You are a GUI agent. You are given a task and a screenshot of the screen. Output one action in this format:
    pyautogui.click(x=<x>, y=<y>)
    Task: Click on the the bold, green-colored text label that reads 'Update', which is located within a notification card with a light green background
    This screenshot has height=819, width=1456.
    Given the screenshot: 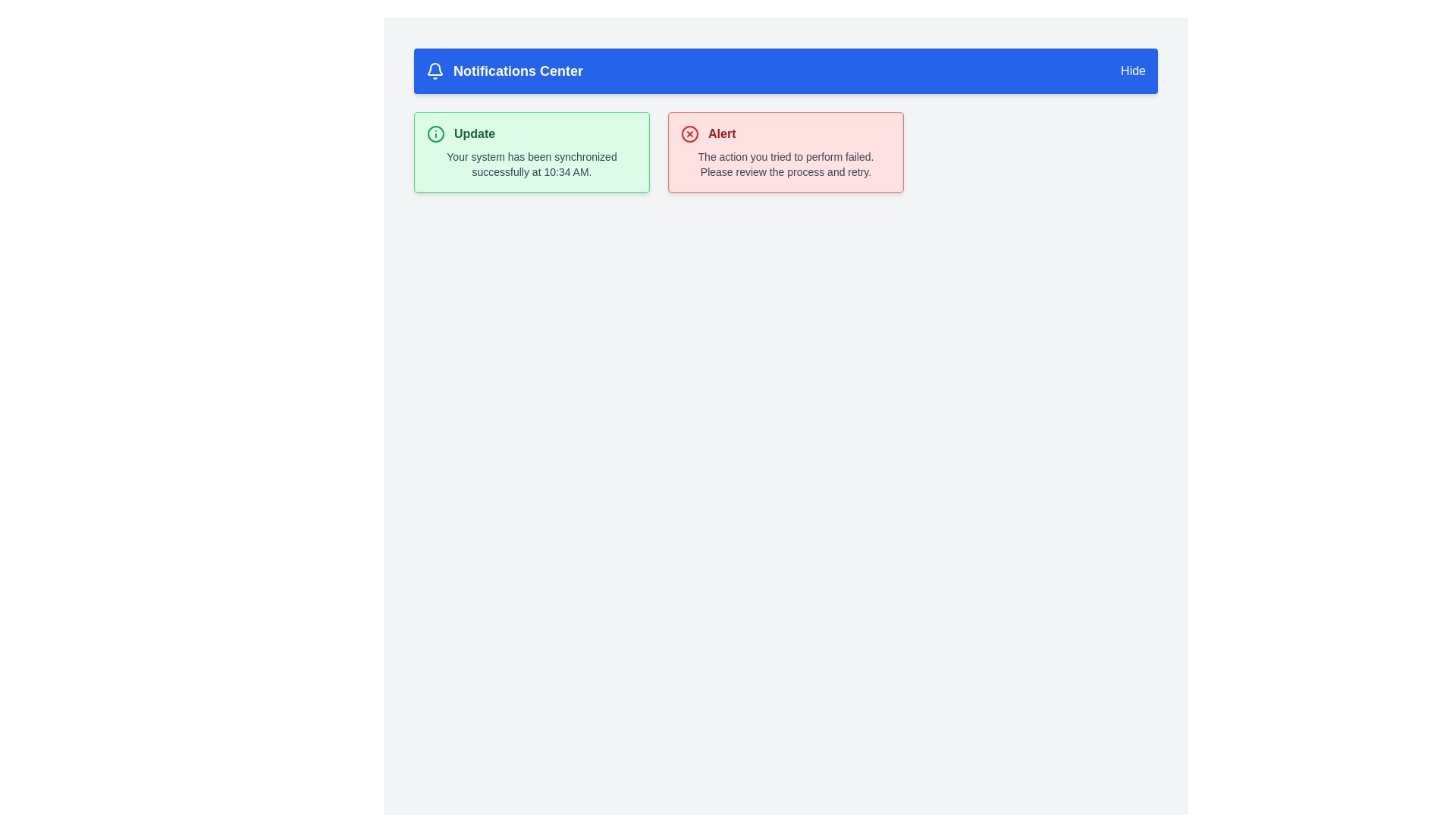 What is the action you would take?
    pyautogui.click(x=474, y=133)
    